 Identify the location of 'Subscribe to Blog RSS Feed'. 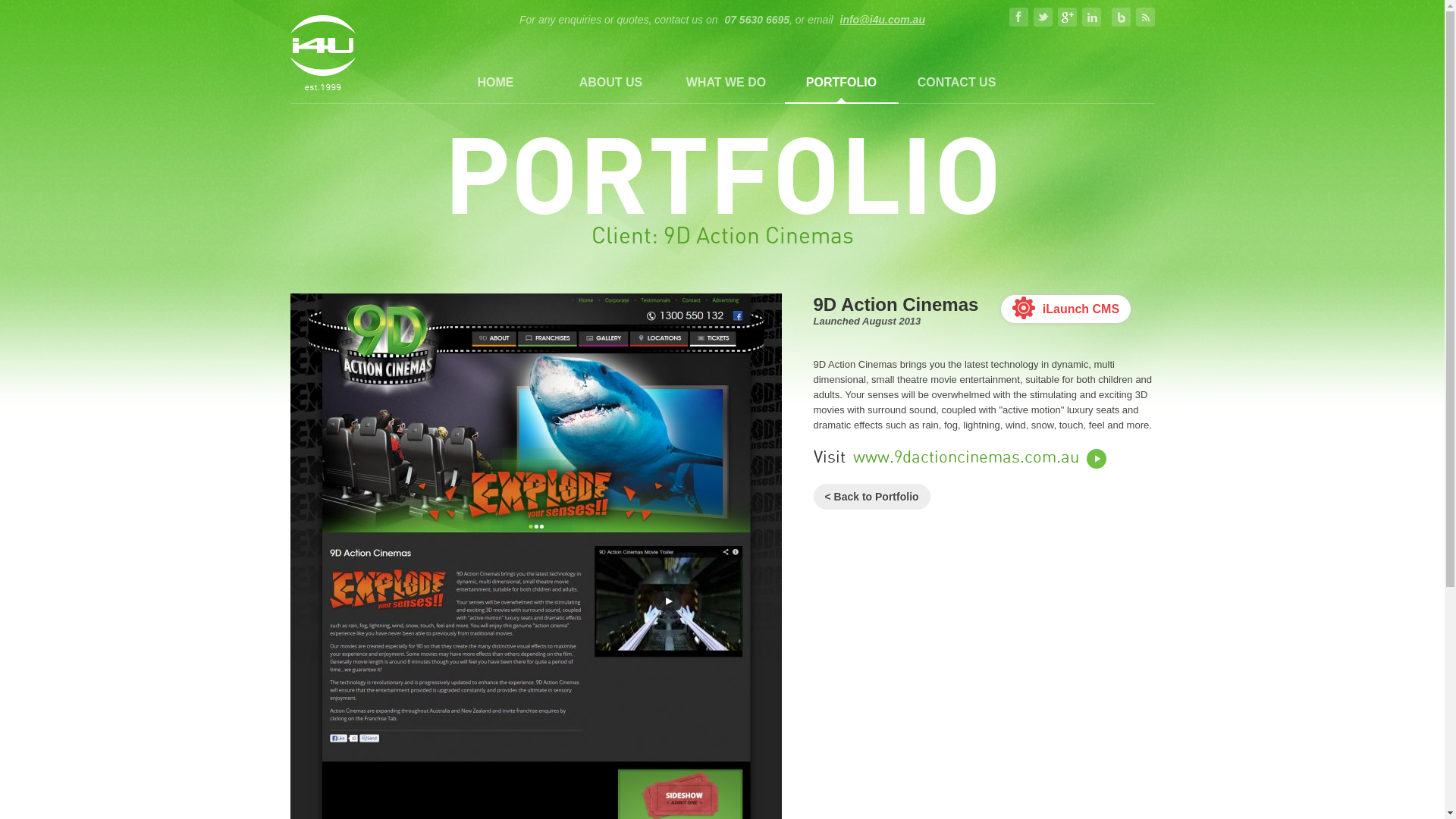
(1145, 17).